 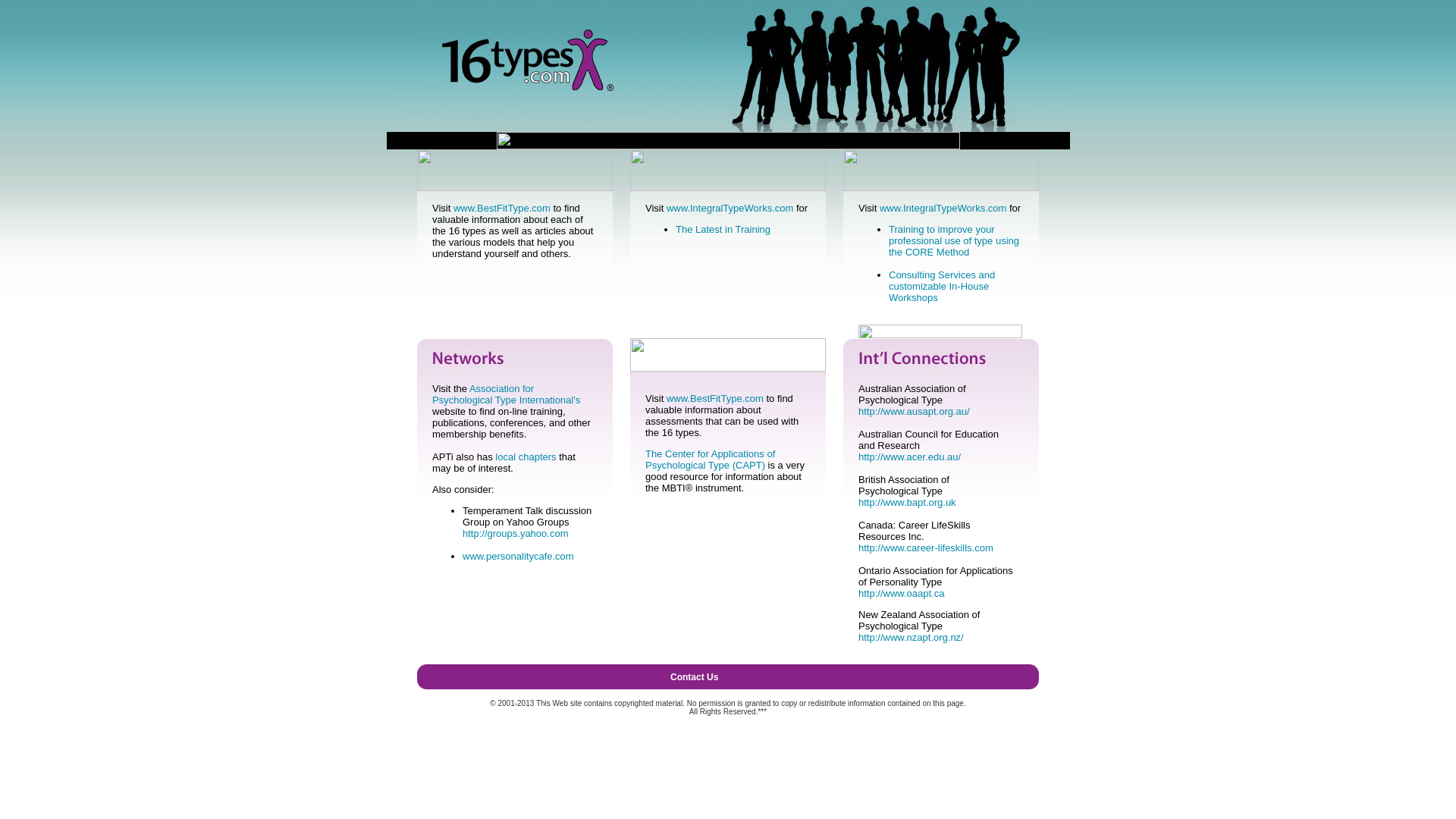 What do you see at coordinates (924, 548) in the screenshot?
I see `'http://www.career-lifeskills.com'` at bounding box center [924, 548].